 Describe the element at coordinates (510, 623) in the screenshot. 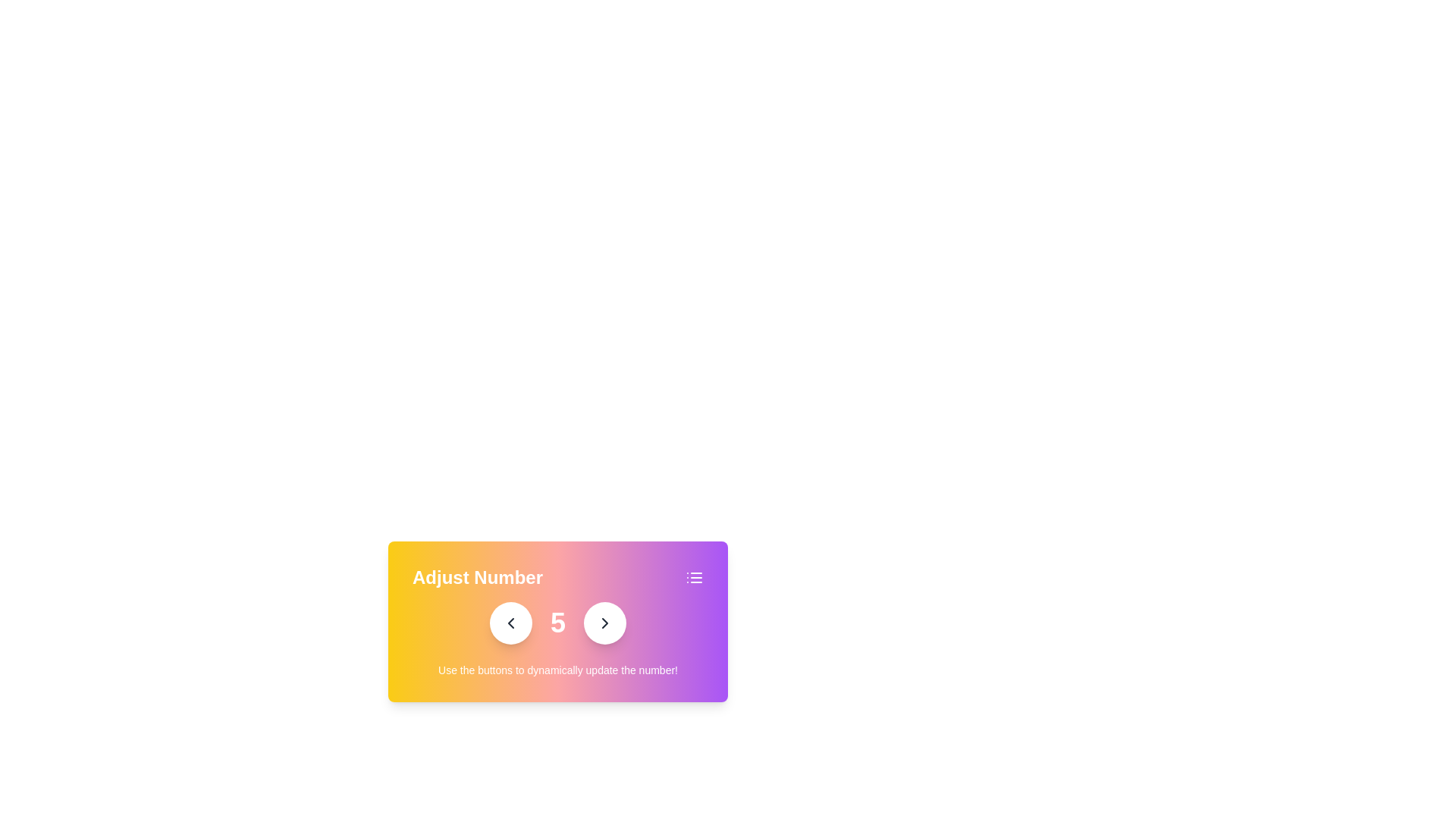

I see `the decrement button located to the left of the number display in the center of the card interface to visualize its interactivity` at that location.